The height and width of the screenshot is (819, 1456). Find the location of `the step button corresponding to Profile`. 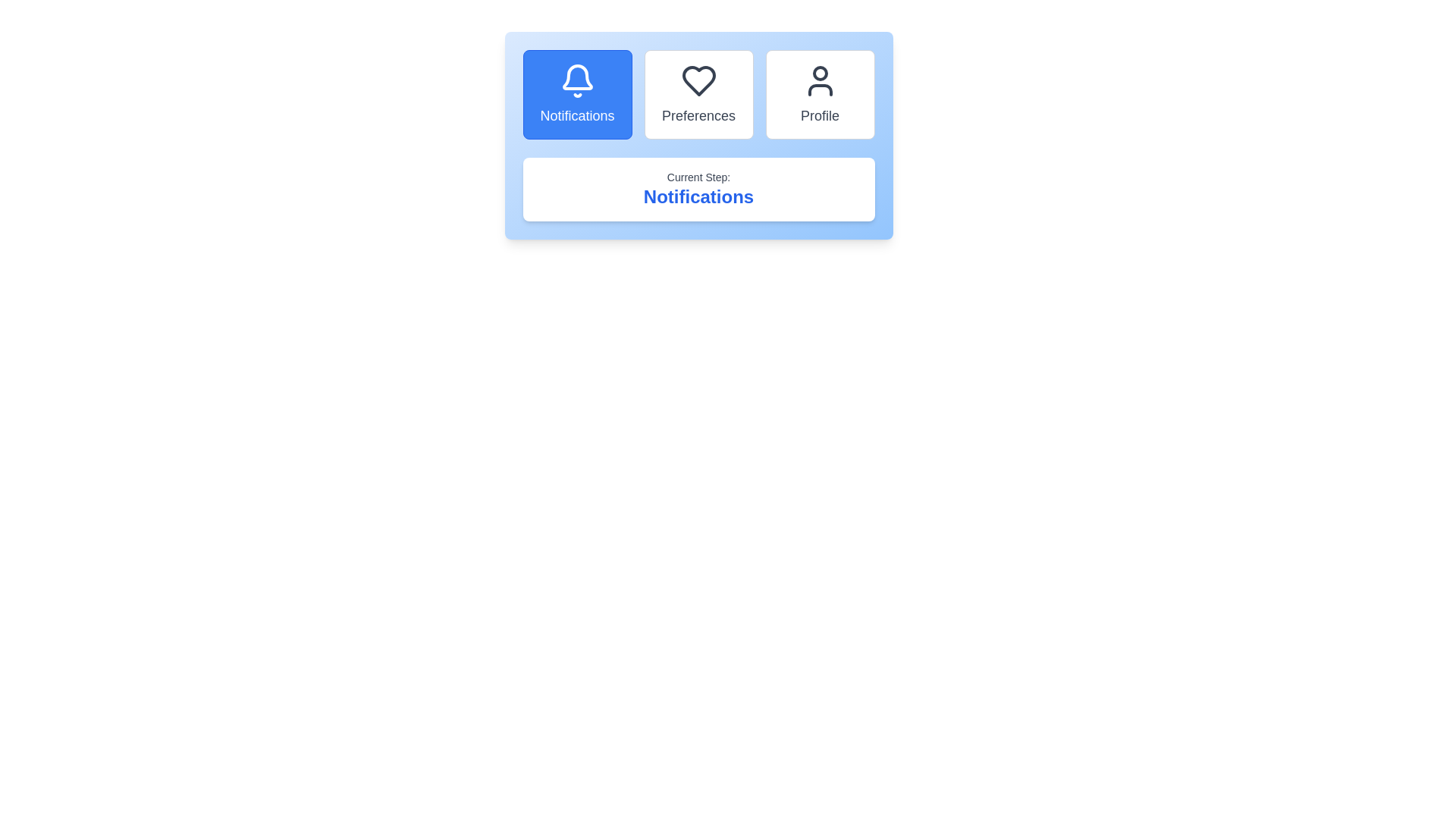

the step button corresponding to Profile is located at coordinates (819, 94).